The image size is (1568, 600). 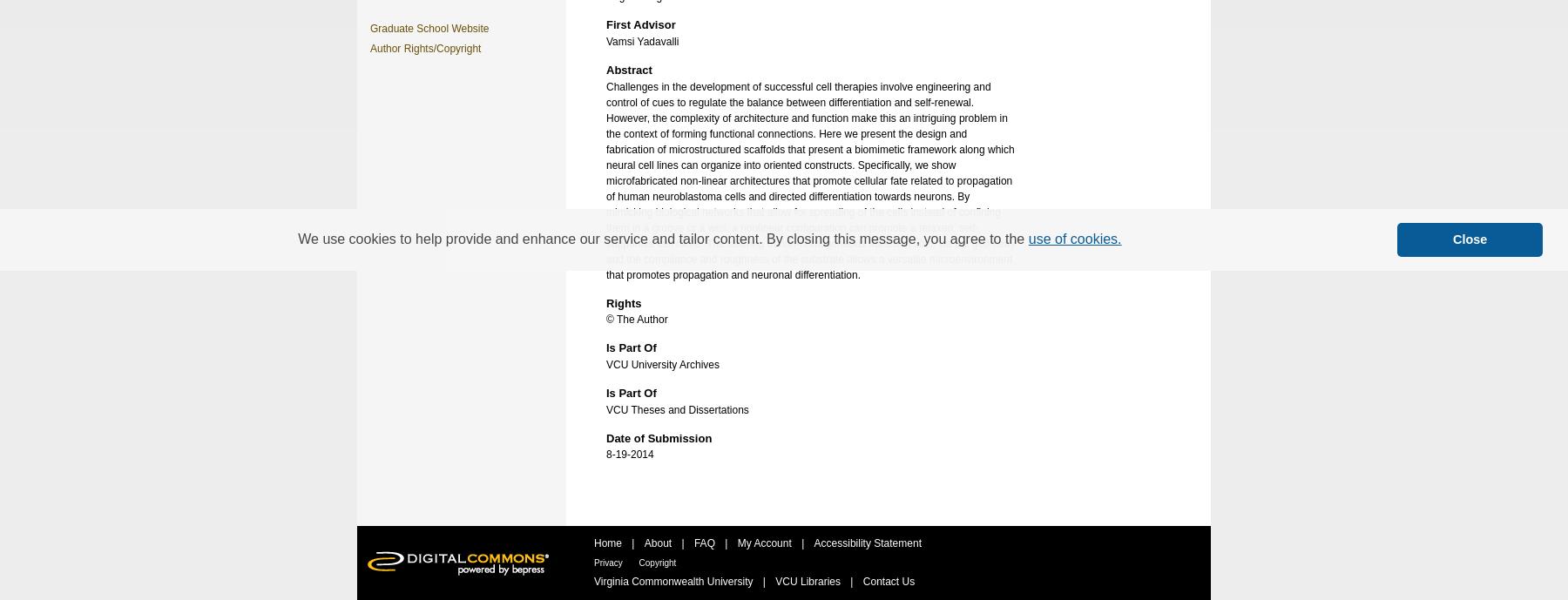 What do you see at coordinates (676, 408) in the screenshot?
I see `'VCU Theses and Dissertations'` at bounding box center [676, 408].